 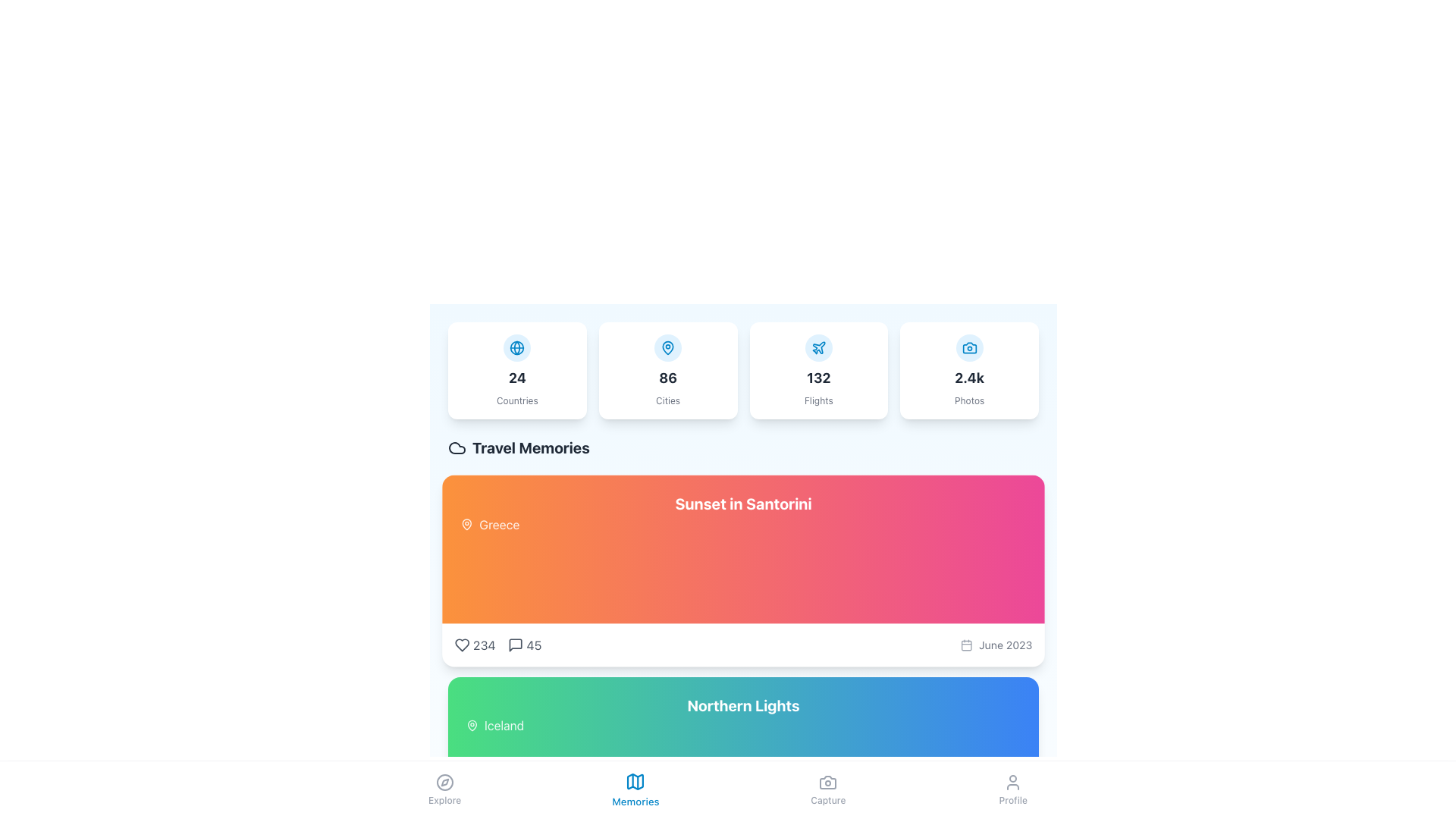 What do you see at coordinates (483, 645) in the screenshot?
I see `the numerical text element displaying '234' that is located to the right of the heart icon, within the card titled 'Sunset in Santorini'` at bounding box center [483, 645].